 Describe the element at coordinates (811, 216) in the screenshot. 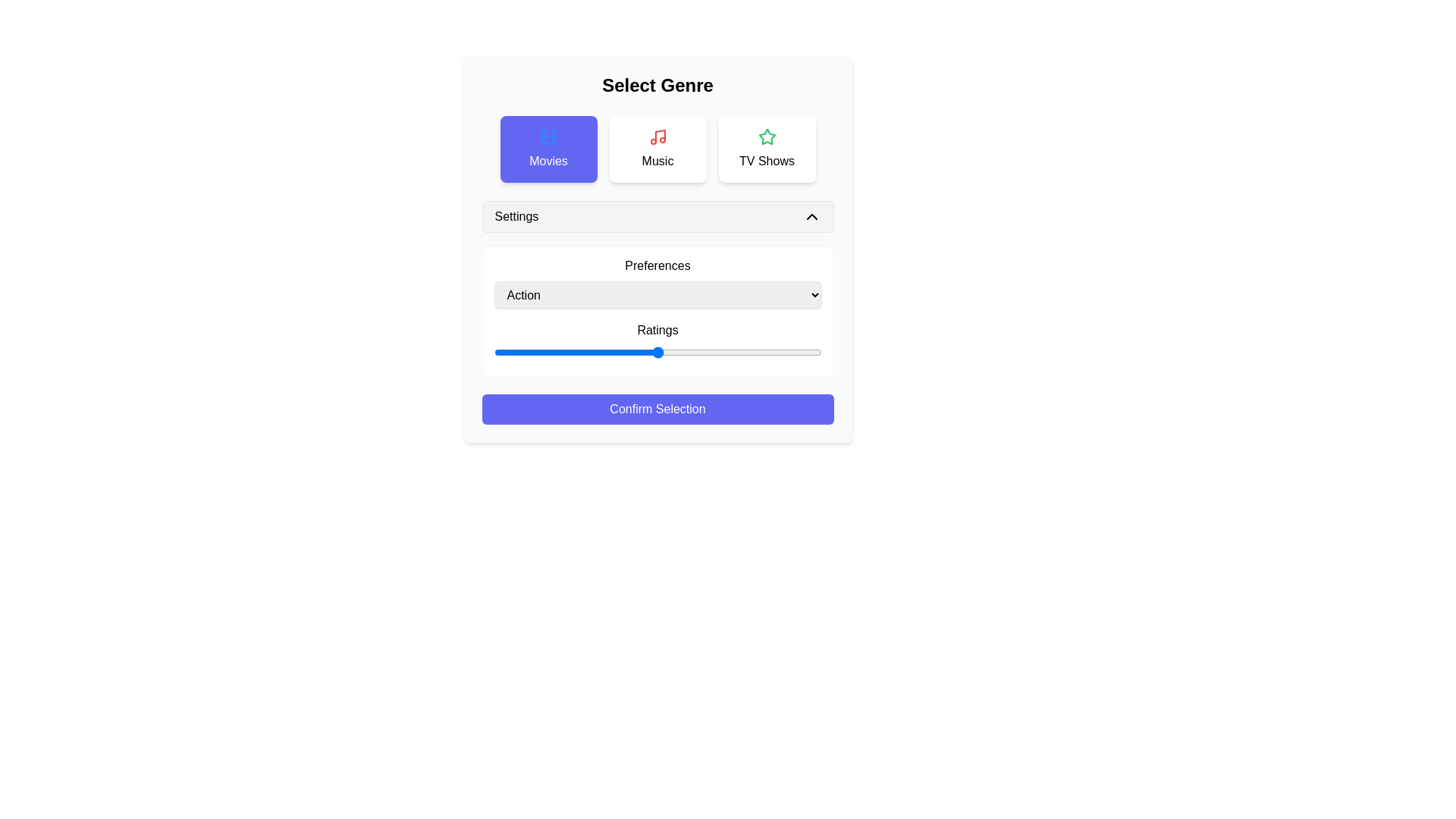

I see `the chevron icon located at the far right of the 'Settings' bar` at that location.